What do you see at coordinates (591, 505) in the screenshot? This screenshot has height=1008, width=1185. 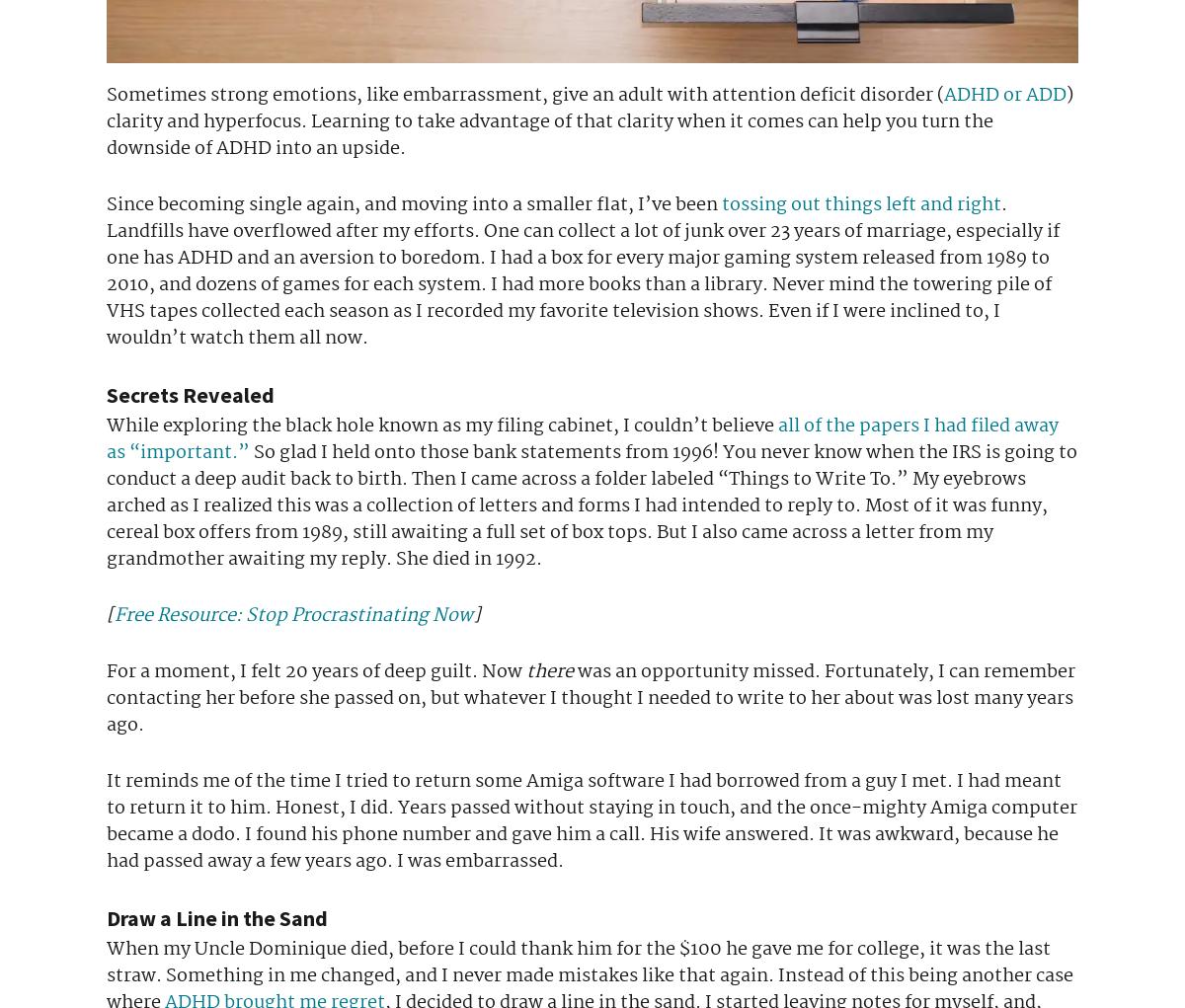 I see `'So glad I held onto those bank statements from 1996! You never know when the IRS is going to conduct a deep audit back to birth. Then I came across a folder labeled “Things to Write To.” My eyebrows arched as I realized this was a collection of letters and forms I had intended to reply to. Most of it was funny, cereal box offers from 1989, still awaiting a full set of box tops. But I also came across a letter from my grandmother awaiting my reply. She died in 1992.'` at bounding box center [591, 505].